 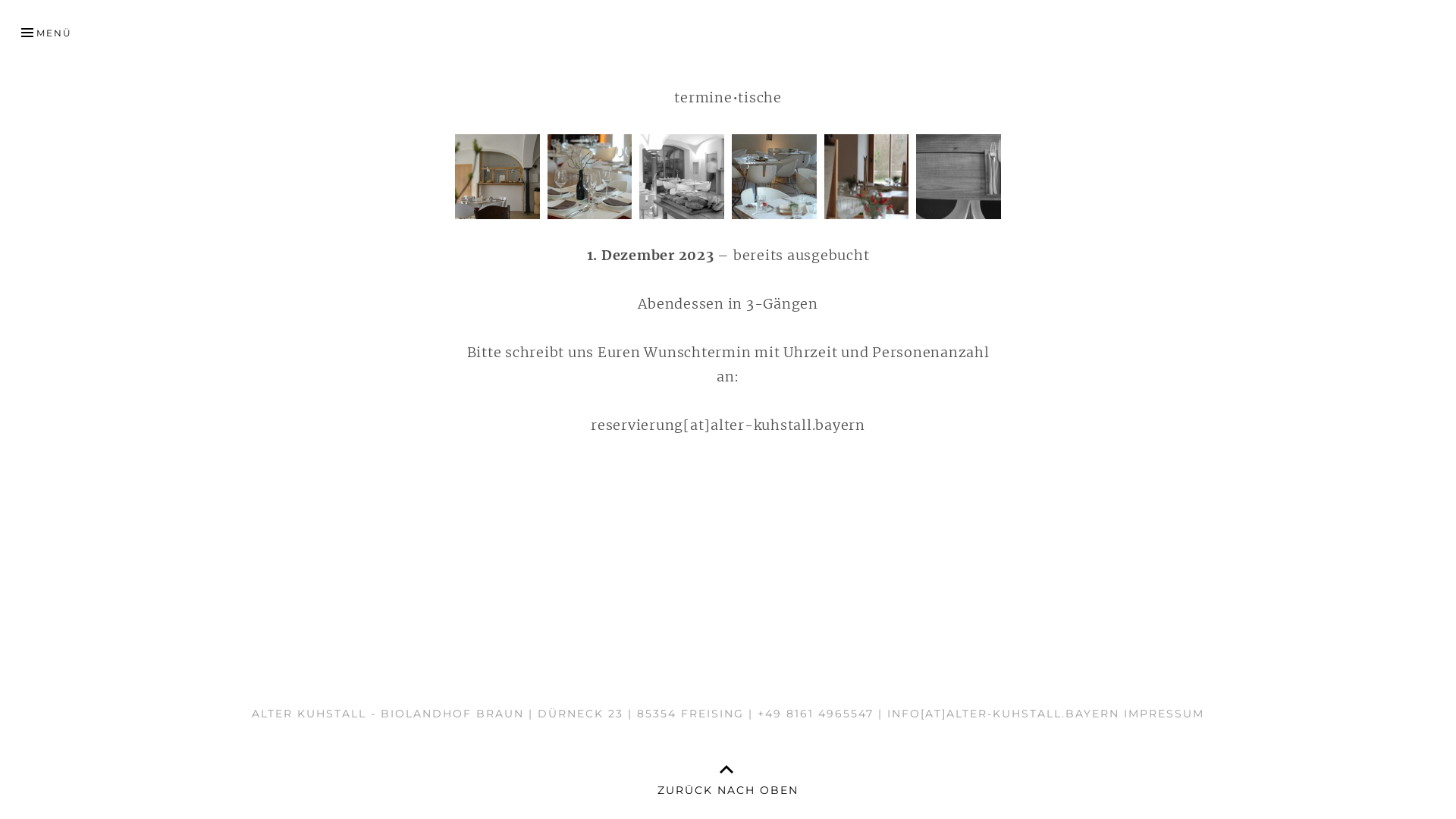 I want to click on 'Raum 2', so click(x=588, y=175).